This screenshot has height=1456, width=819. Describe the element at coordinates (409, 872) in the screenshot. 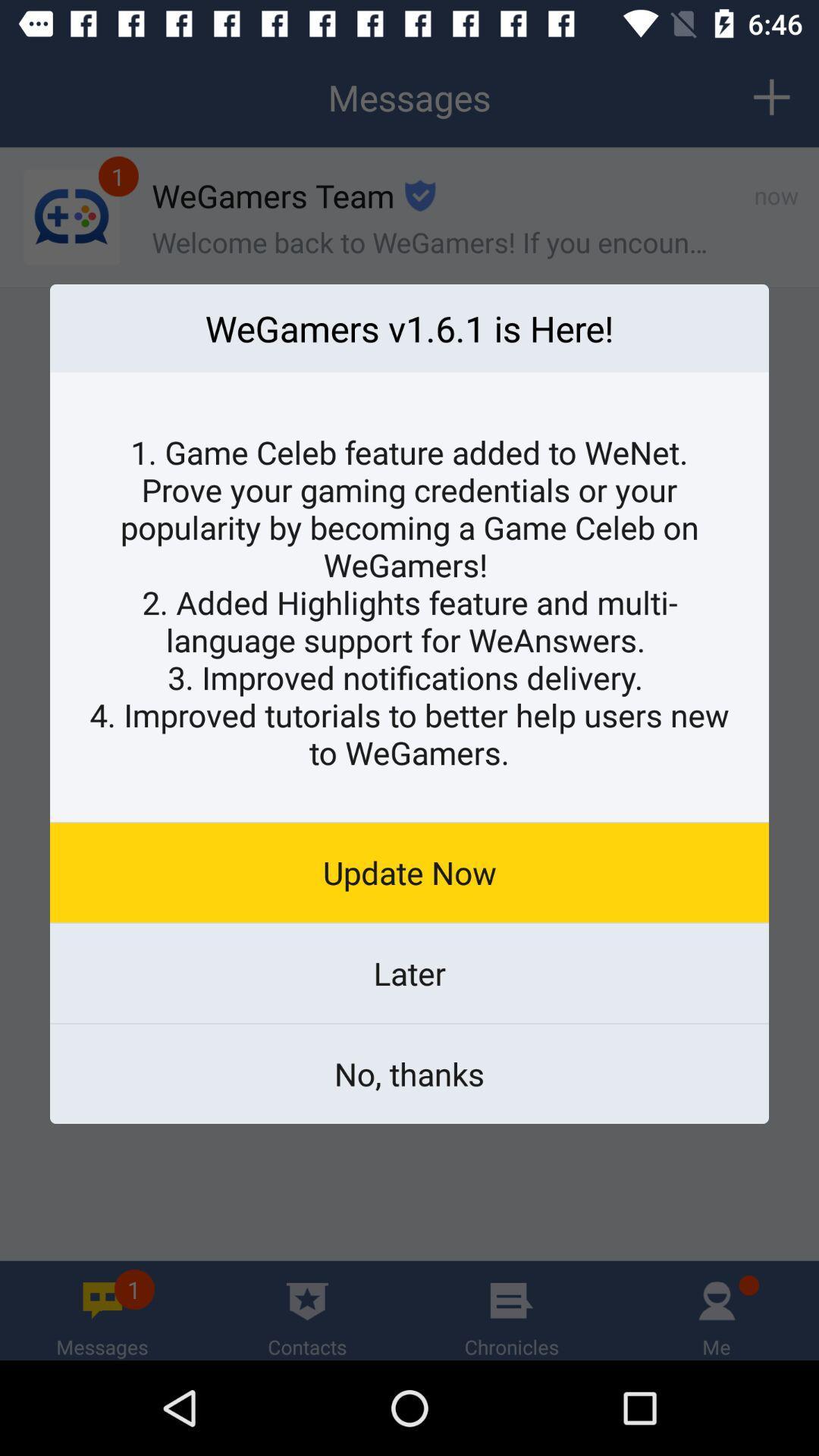

I see `the update now` at that location.